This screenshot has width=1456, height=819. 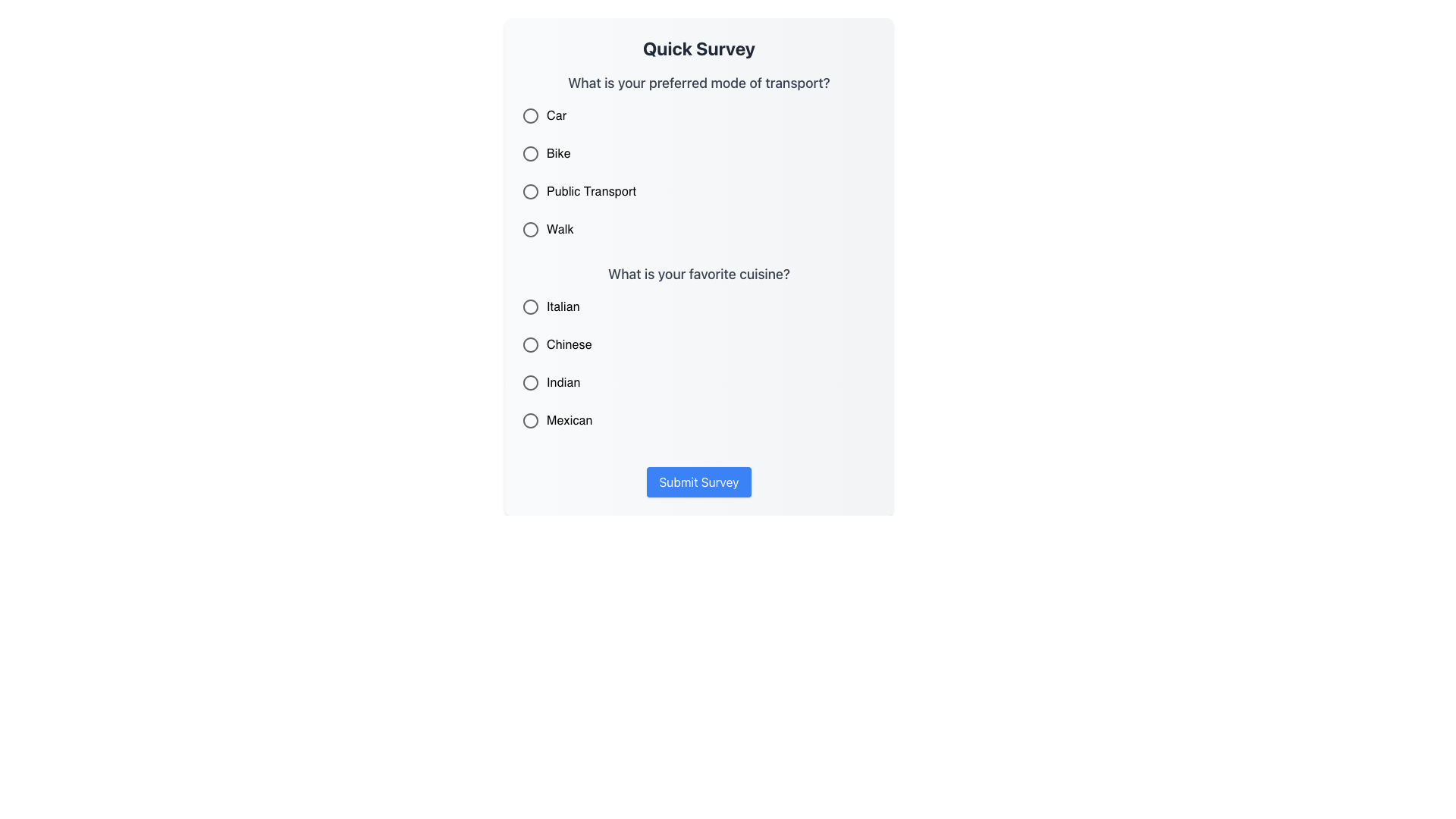 I want to click on the radio button indicator for the 'Car' option in the survey interface to visually identify the selected state, so click(x=531, y=115).